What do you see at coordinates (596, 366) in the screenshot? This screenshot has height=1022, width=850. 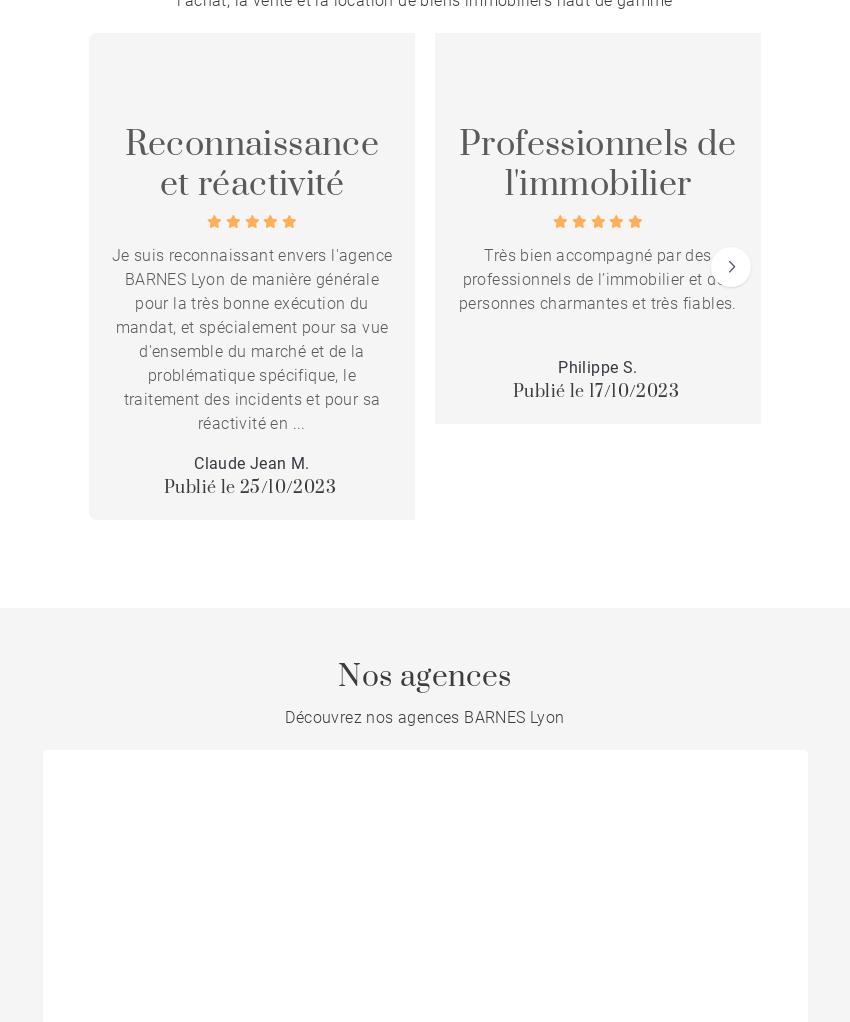 I see `'Philippe S.'` at bounding box center [596, 366].